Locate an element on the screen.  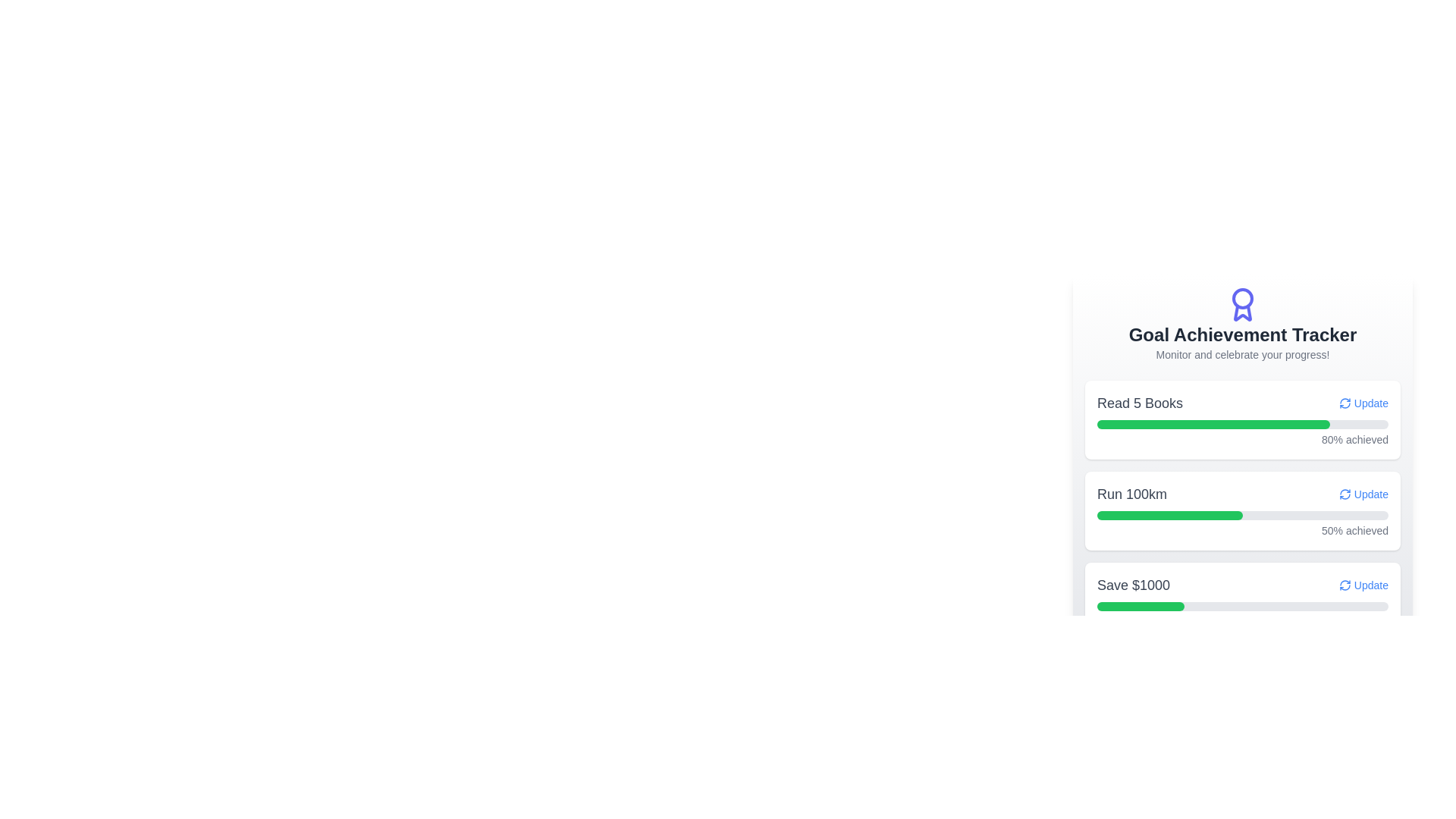
the progress bar indicating the completion towards saving $1000, located below the text 'Save $1000' and to the left of the 'Update' button is located at coordinates (1242, 605).